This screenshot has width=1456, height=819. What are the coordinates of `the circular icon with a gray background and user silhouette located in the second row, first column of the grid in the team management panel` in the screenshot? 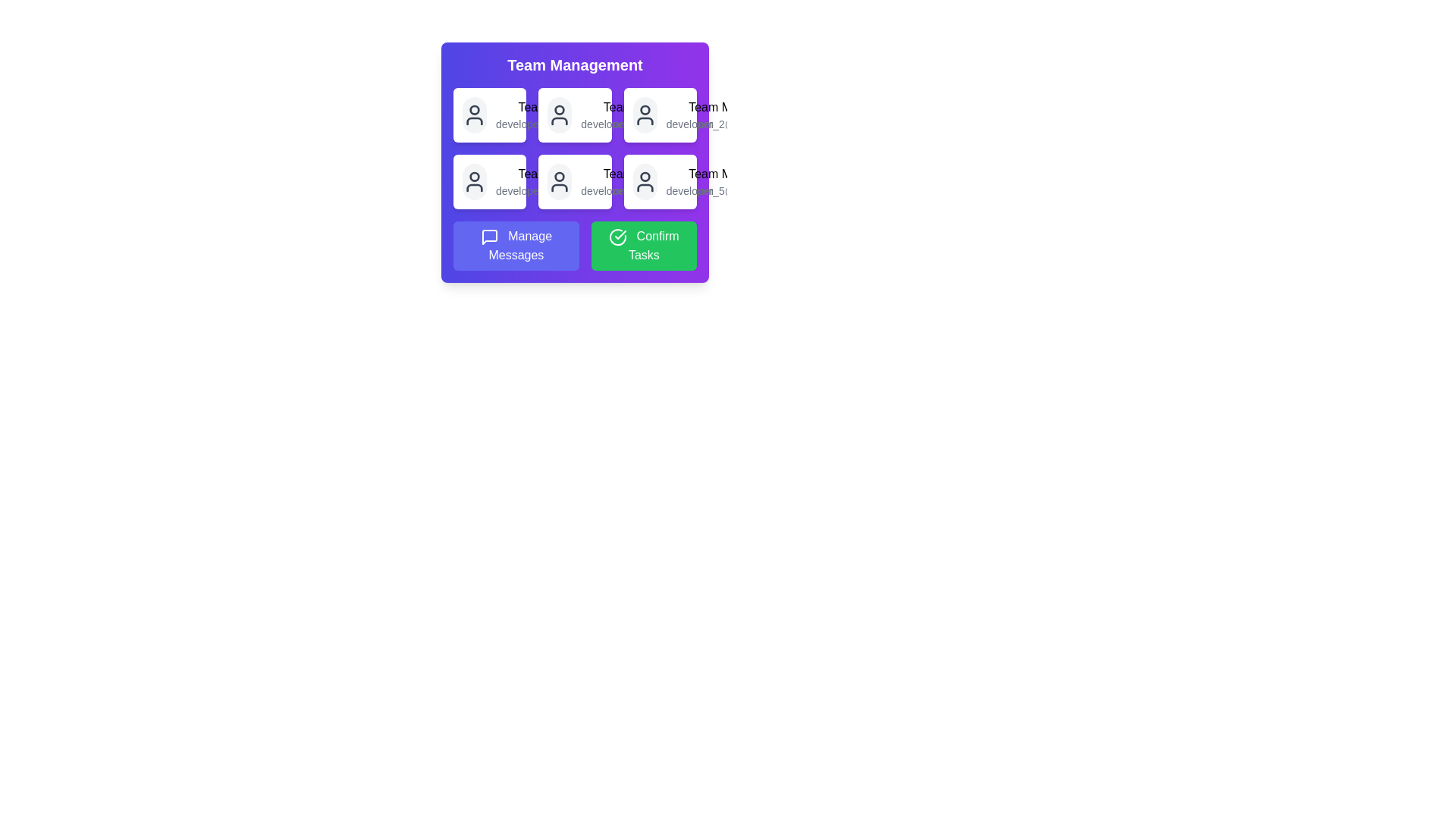 It's located at (473, 180).